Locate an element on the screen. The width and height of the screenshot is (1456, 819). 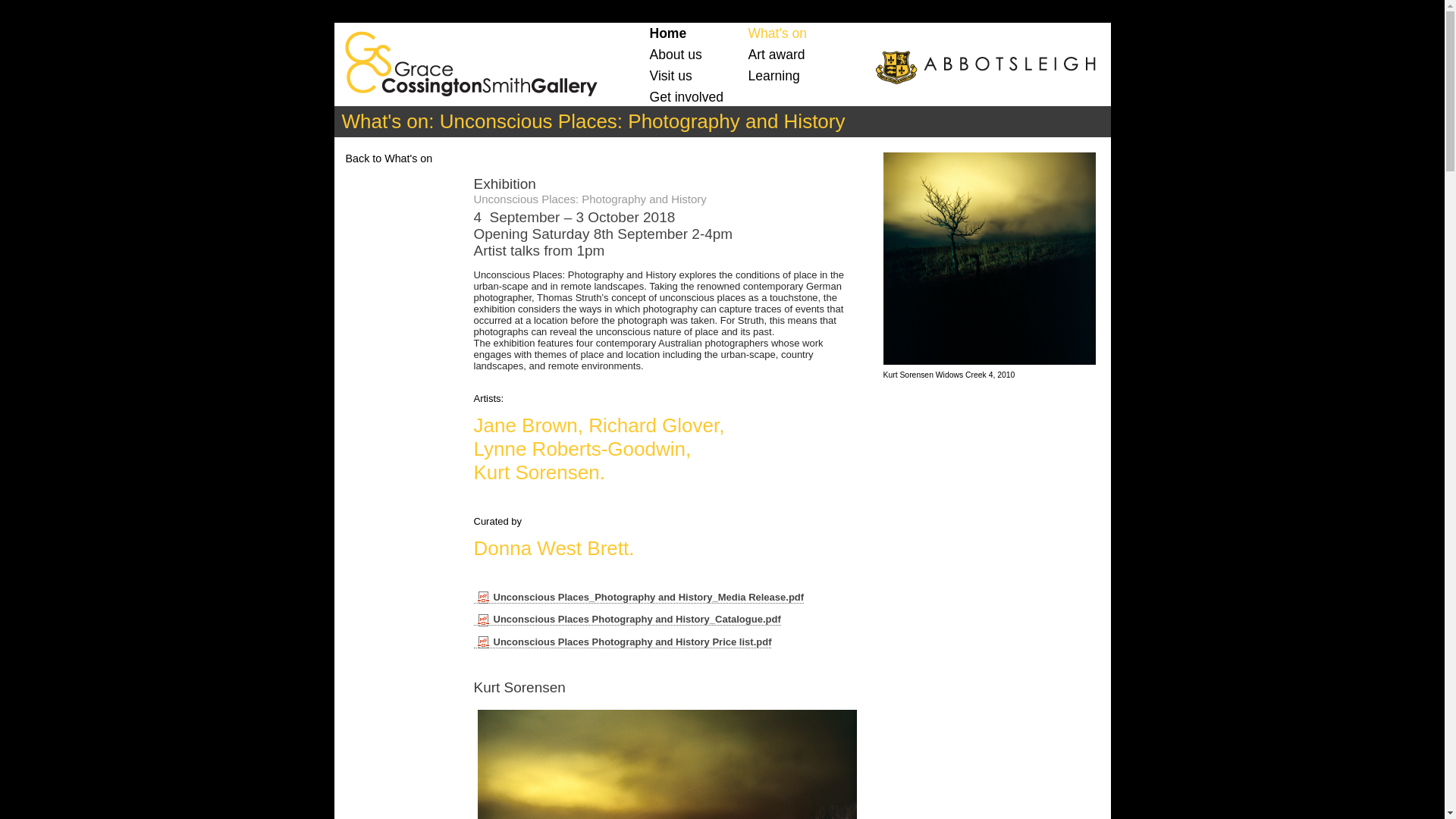
'Learning' is located at coordinates (774, 76).